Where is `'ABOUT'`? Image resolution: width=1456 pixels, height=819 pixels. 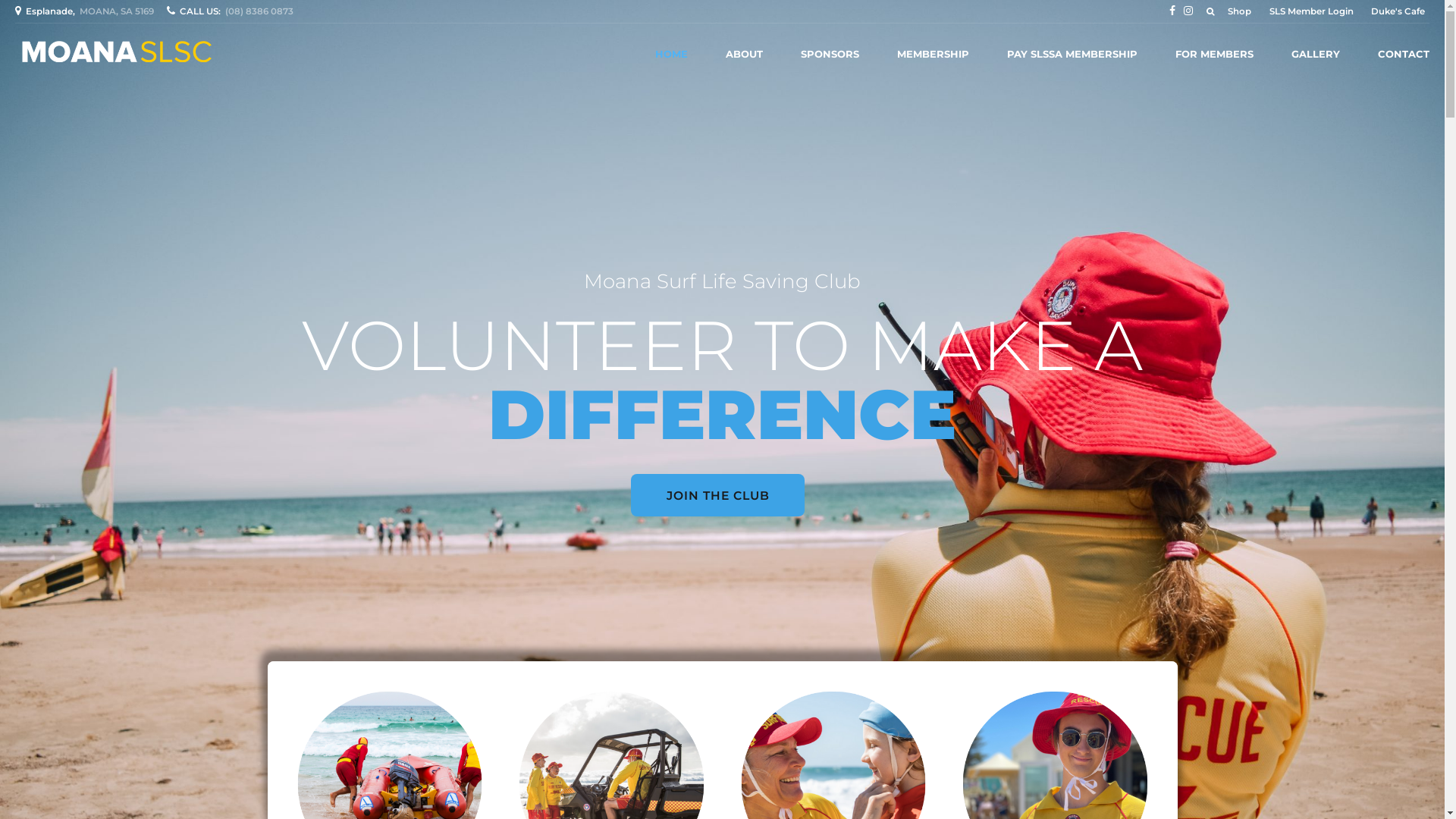 'ABOUT' is located at coordinates (744, 52).